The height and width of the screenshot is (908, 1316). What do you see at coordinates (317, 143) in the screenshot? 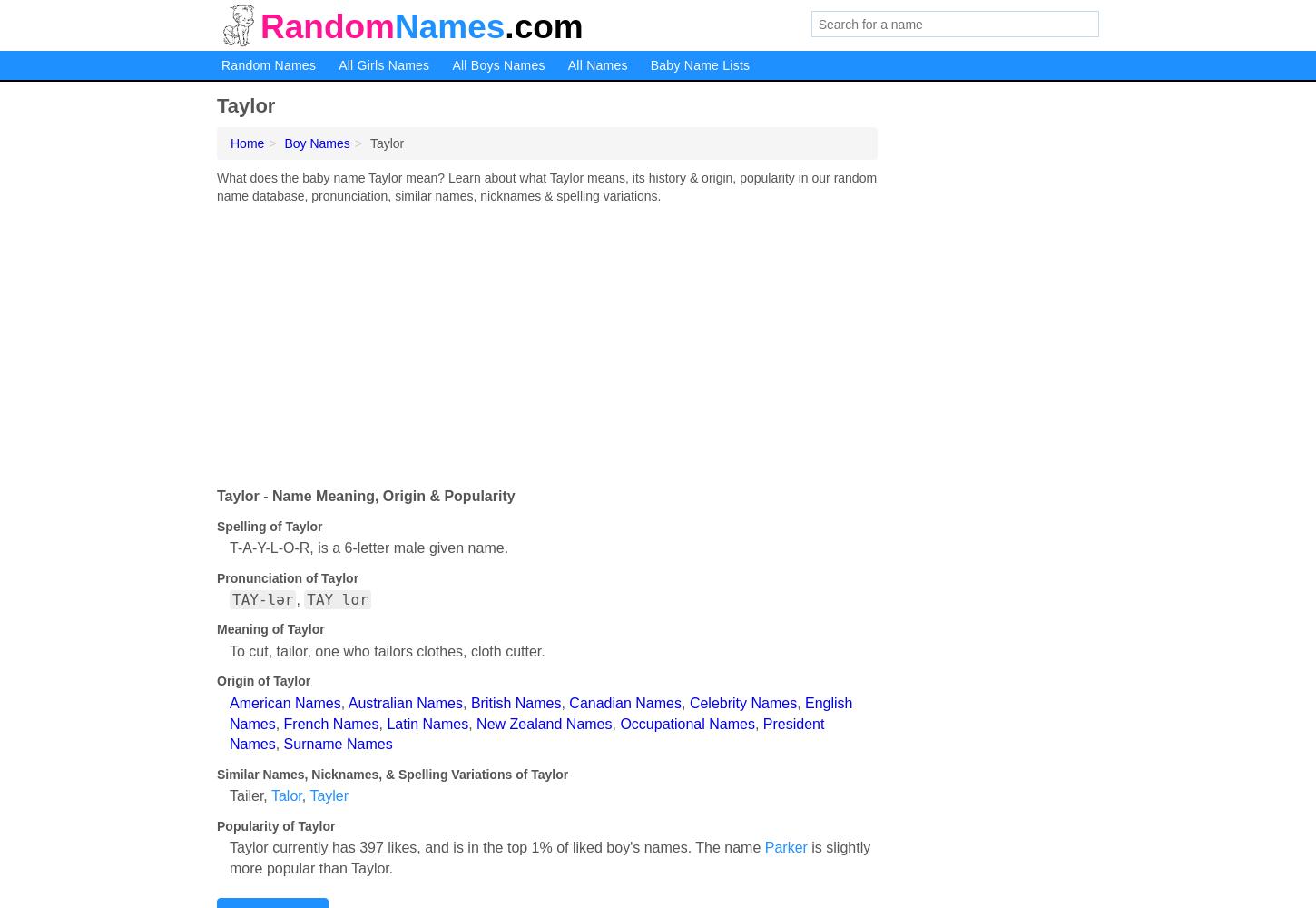
I see `'Boy Names'` at bounding box center [317, 143].